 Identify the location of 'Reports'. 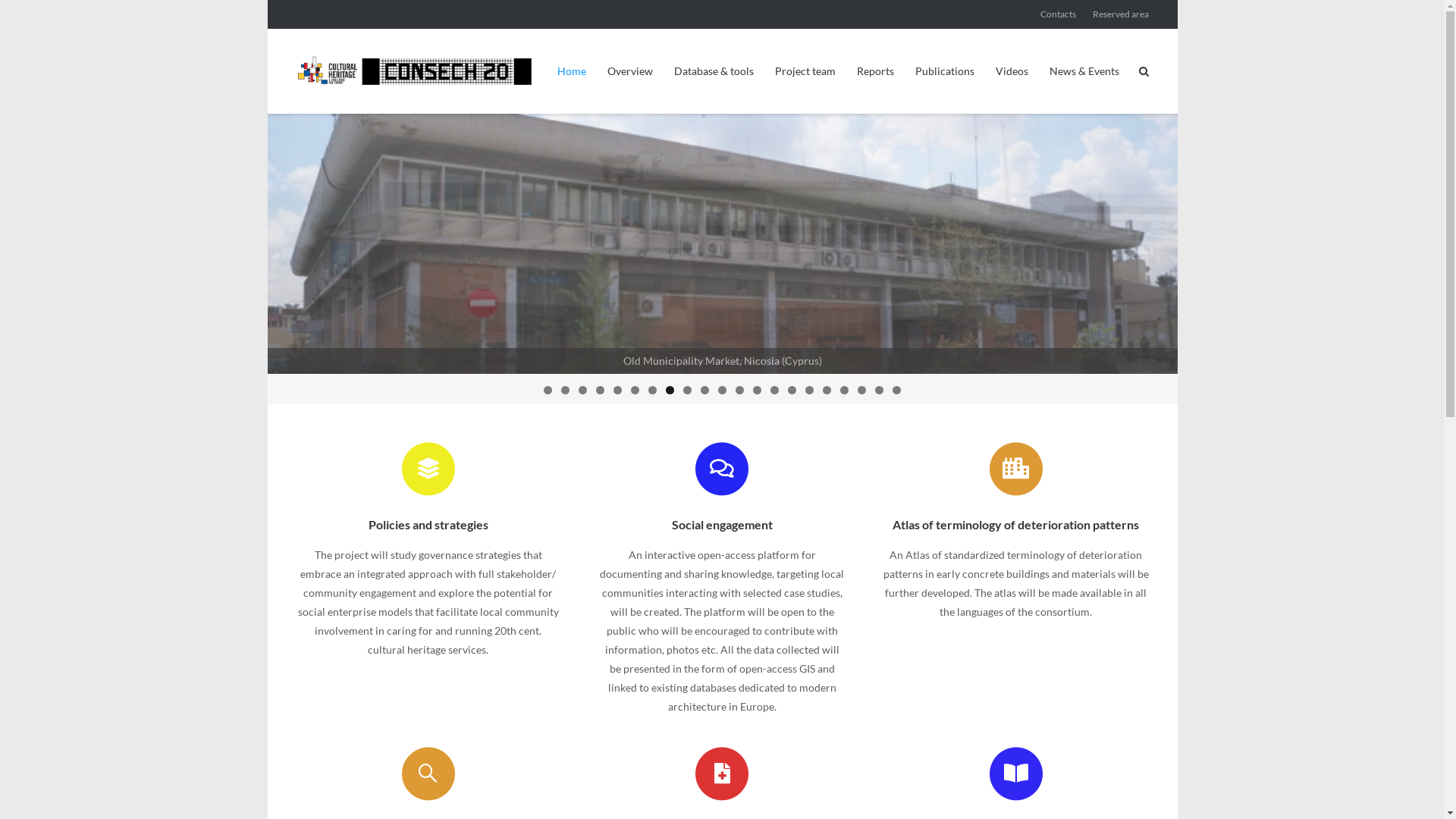
(875, 71).